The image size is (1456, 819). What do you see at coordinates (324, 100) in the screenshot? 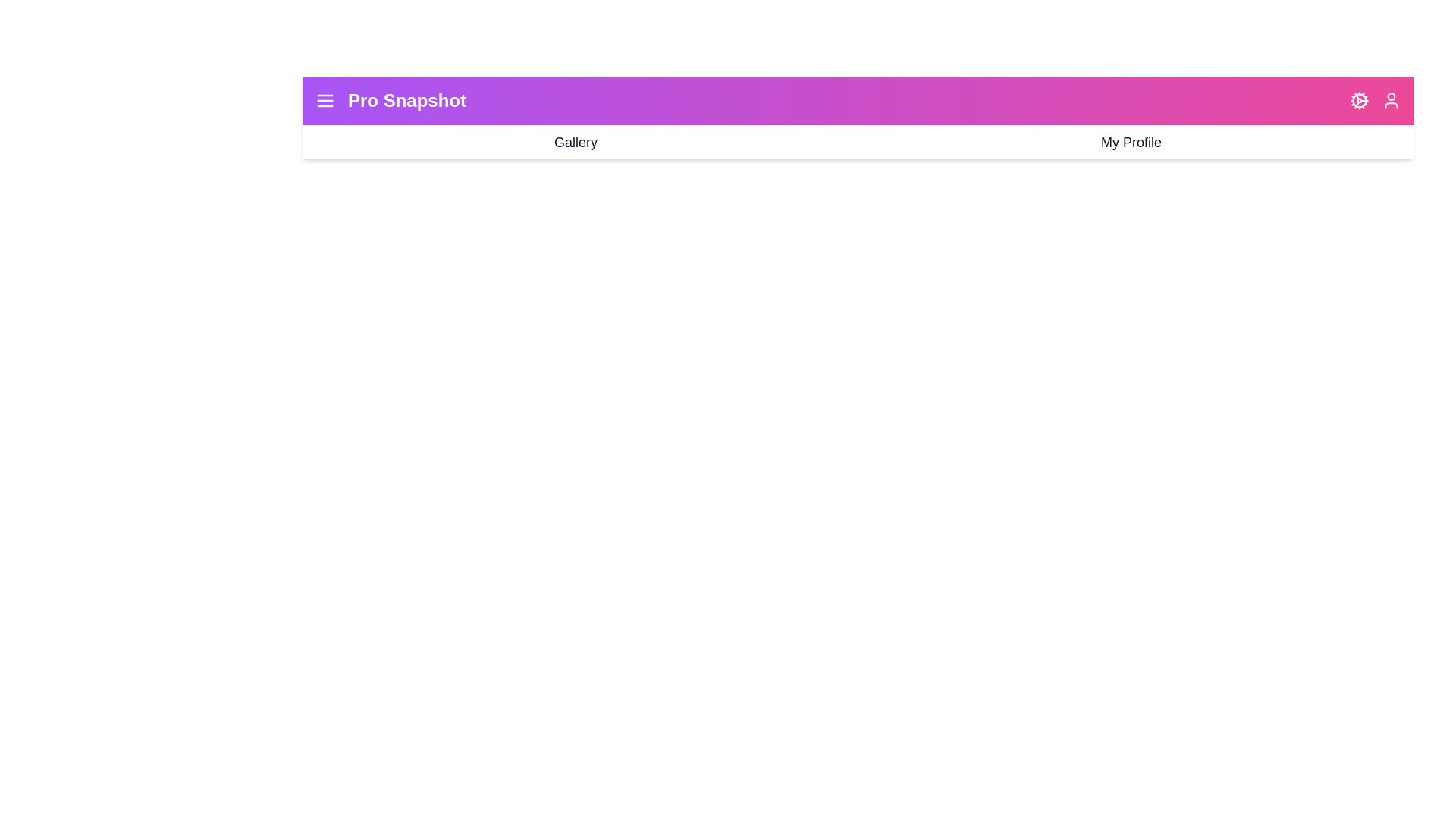
I see `the menu icon to toggle the menu visibility` at bounding box center [324, 100].